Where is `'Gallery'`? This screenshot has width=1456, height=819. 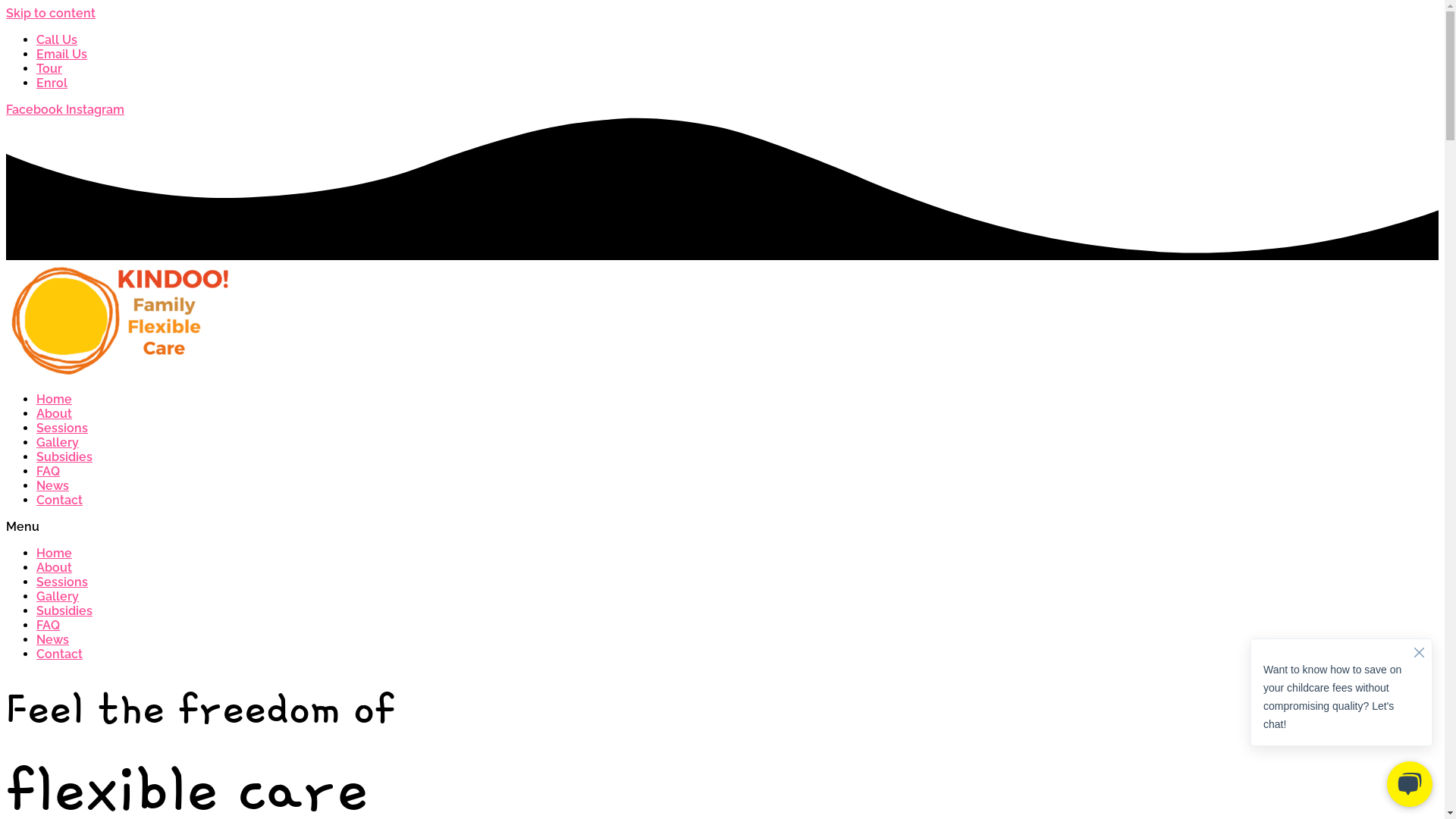
'Gallery' is located at coordinates (58, 595).